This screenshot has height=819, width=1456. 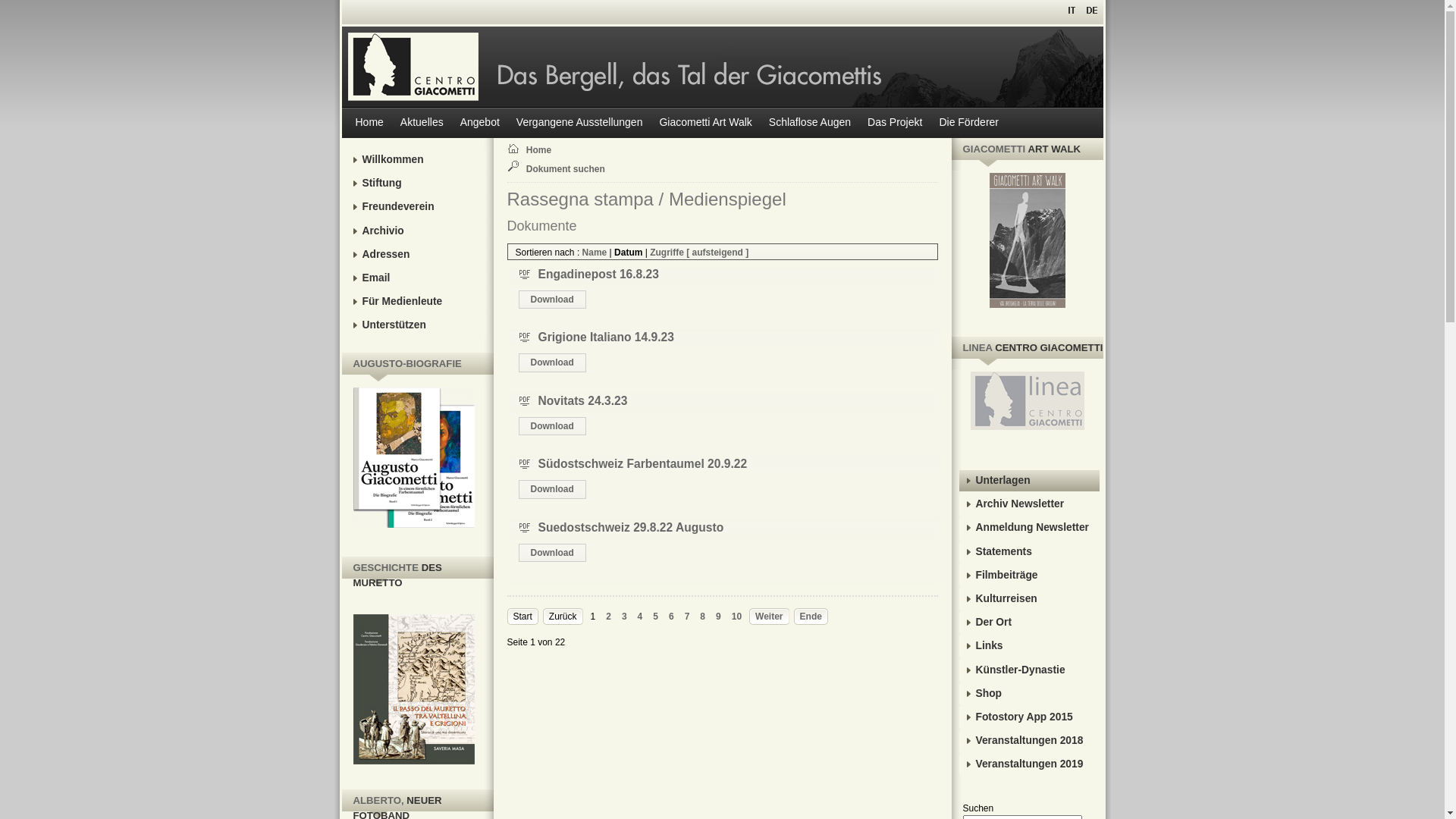 What do you see at coordinates (1090, 9) in the screenshot?
I see `'DE'` at bounding box center [1090, 9].